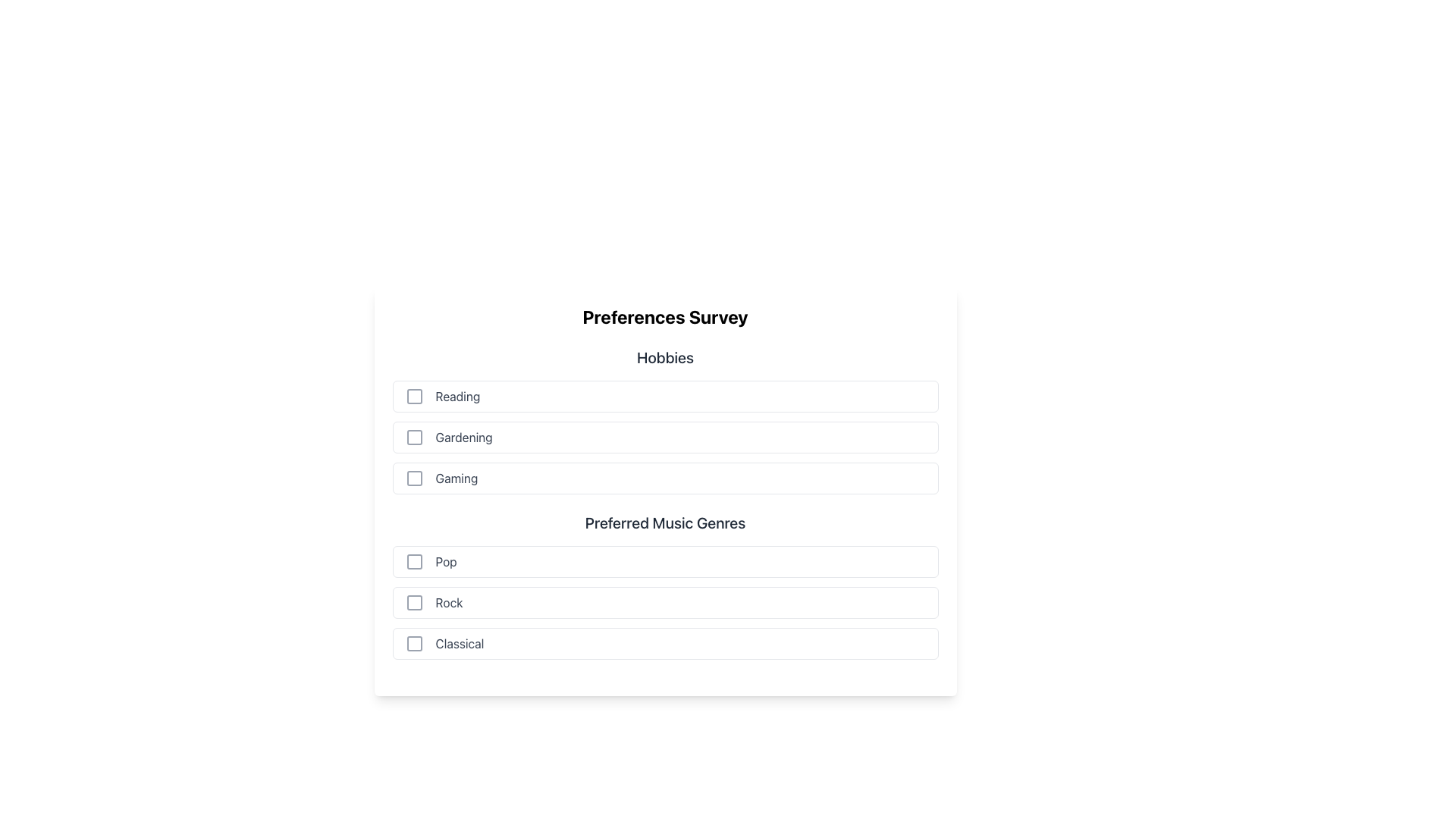 The height and width of the screenshot is (819, 1456). What do you see at coordinates (414, 438) in the screenshot?
I see `the checkbox indicator for 'Gardening' in the 'Hobbies' section` at bounding box center [414, 438].